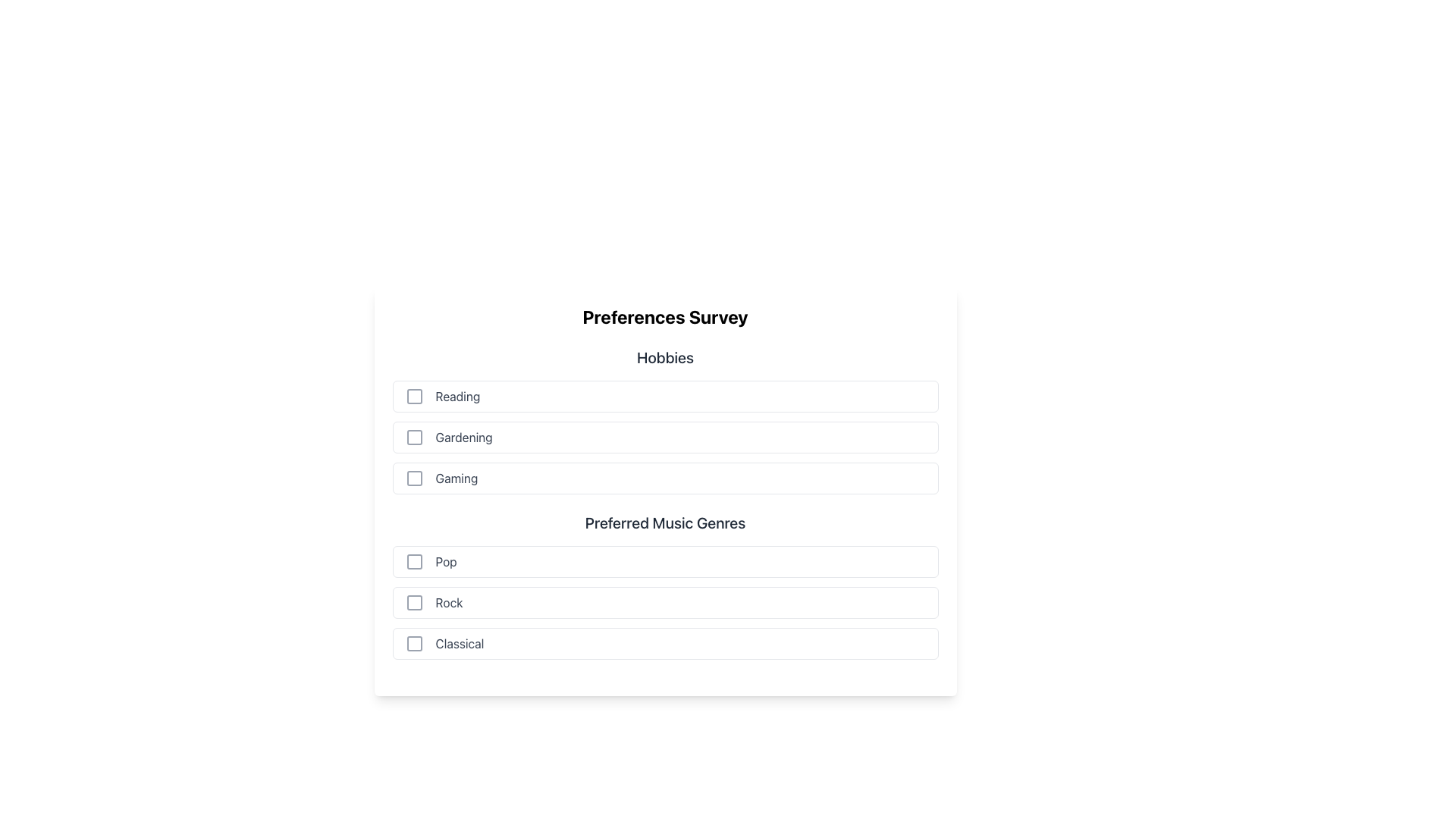 The height and width of the screenshot is (819, 1456). What do you see at coordinates (414, 438) in the screenshot?
I see `the checkbox indicator for 'Gardening' in the 'Hobbies' section` at bounding box center [414, 438].